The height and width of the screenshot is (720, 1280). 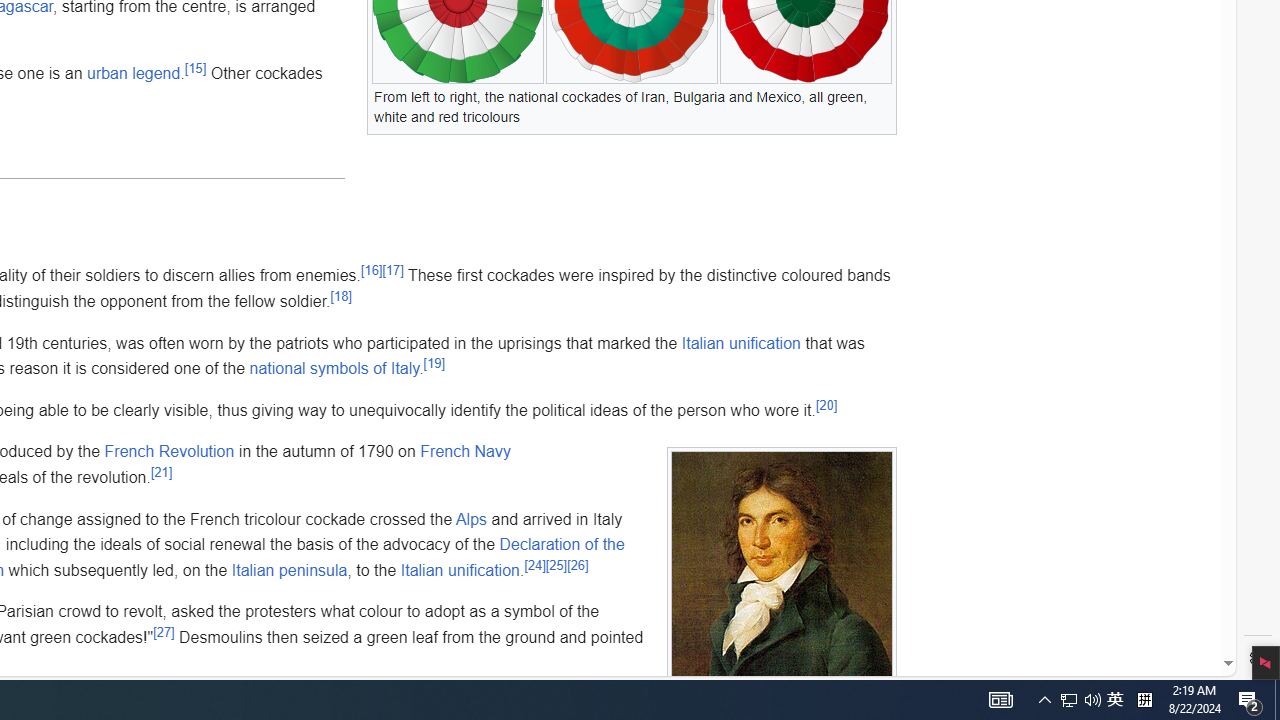 I want to click on '[18]', so click(x=341, y=295).